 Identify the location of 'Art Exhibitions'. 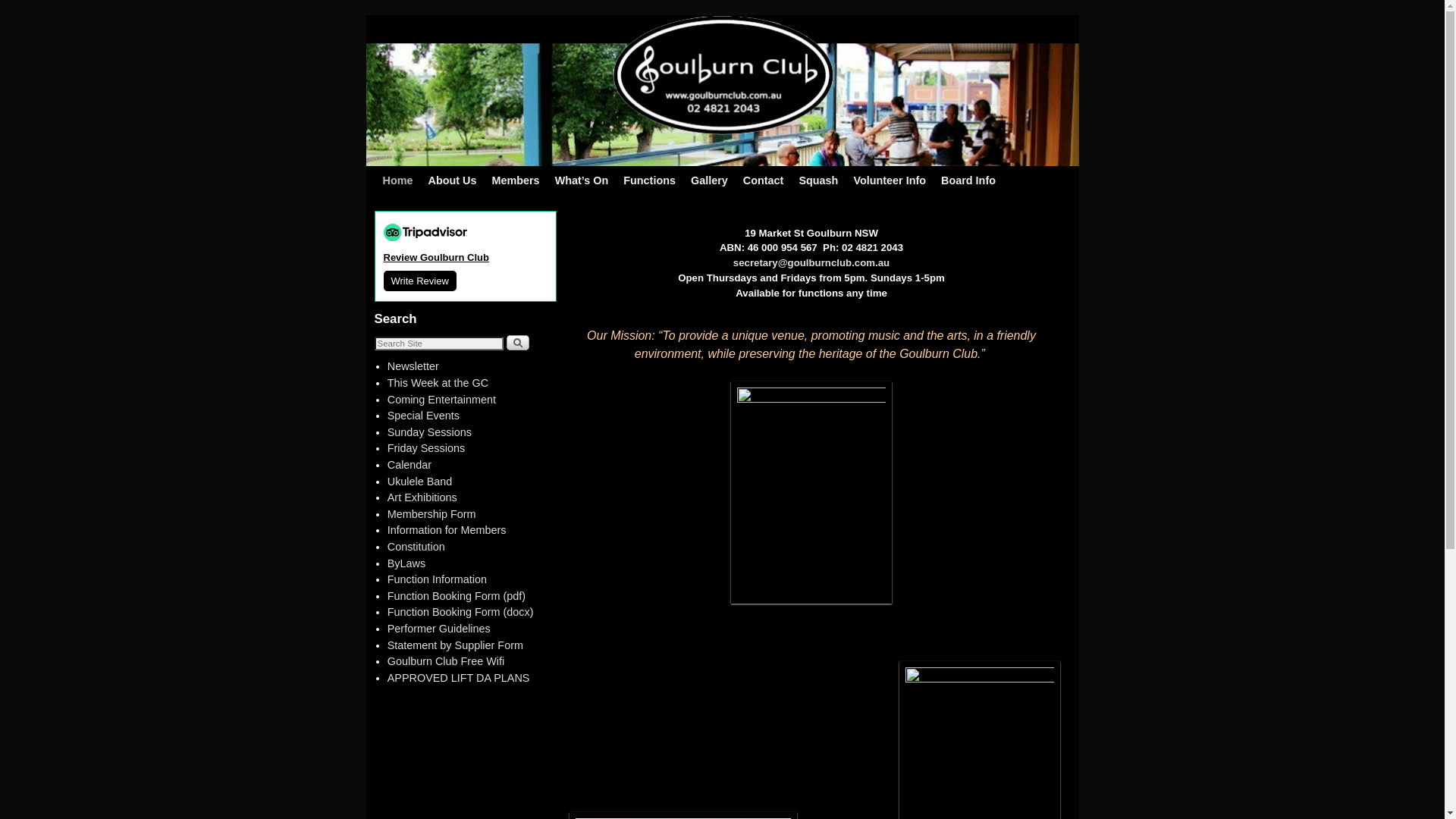
(422, 497).